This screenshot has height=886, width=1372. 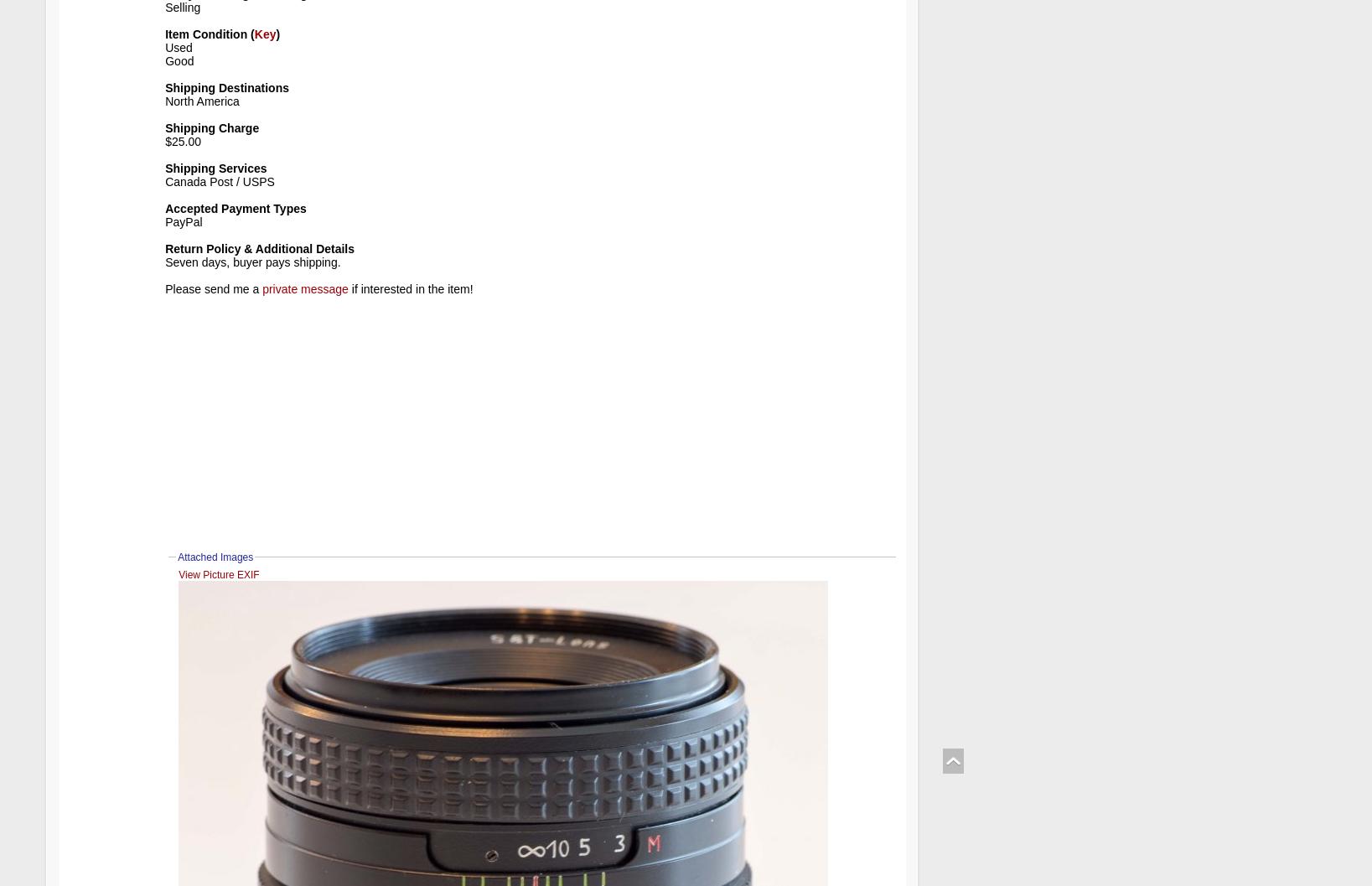 What do you see at coordinates (251, 262) in the screenshot?
I see `'Seven days, buyer pays shipping.'` at bounding box center [251, 262].